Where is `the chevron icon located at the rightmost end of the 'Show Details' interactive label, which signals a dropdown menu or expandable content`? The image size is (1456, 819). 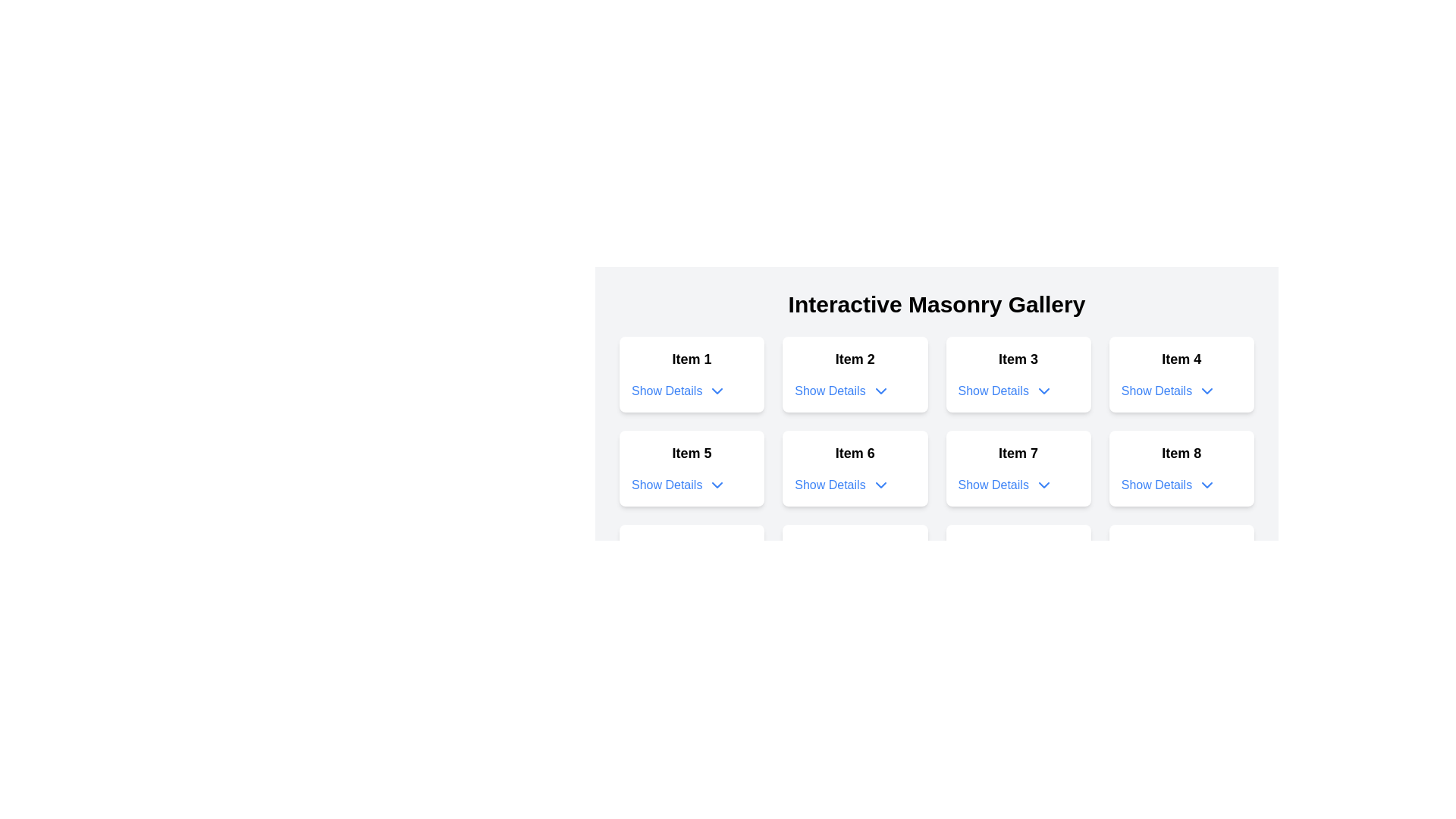 the chevron icon located at the rightmost end of the 'Show Details' interactive label, which signals a dropdown menu or expandable content is located at coordinates (1043, 485).